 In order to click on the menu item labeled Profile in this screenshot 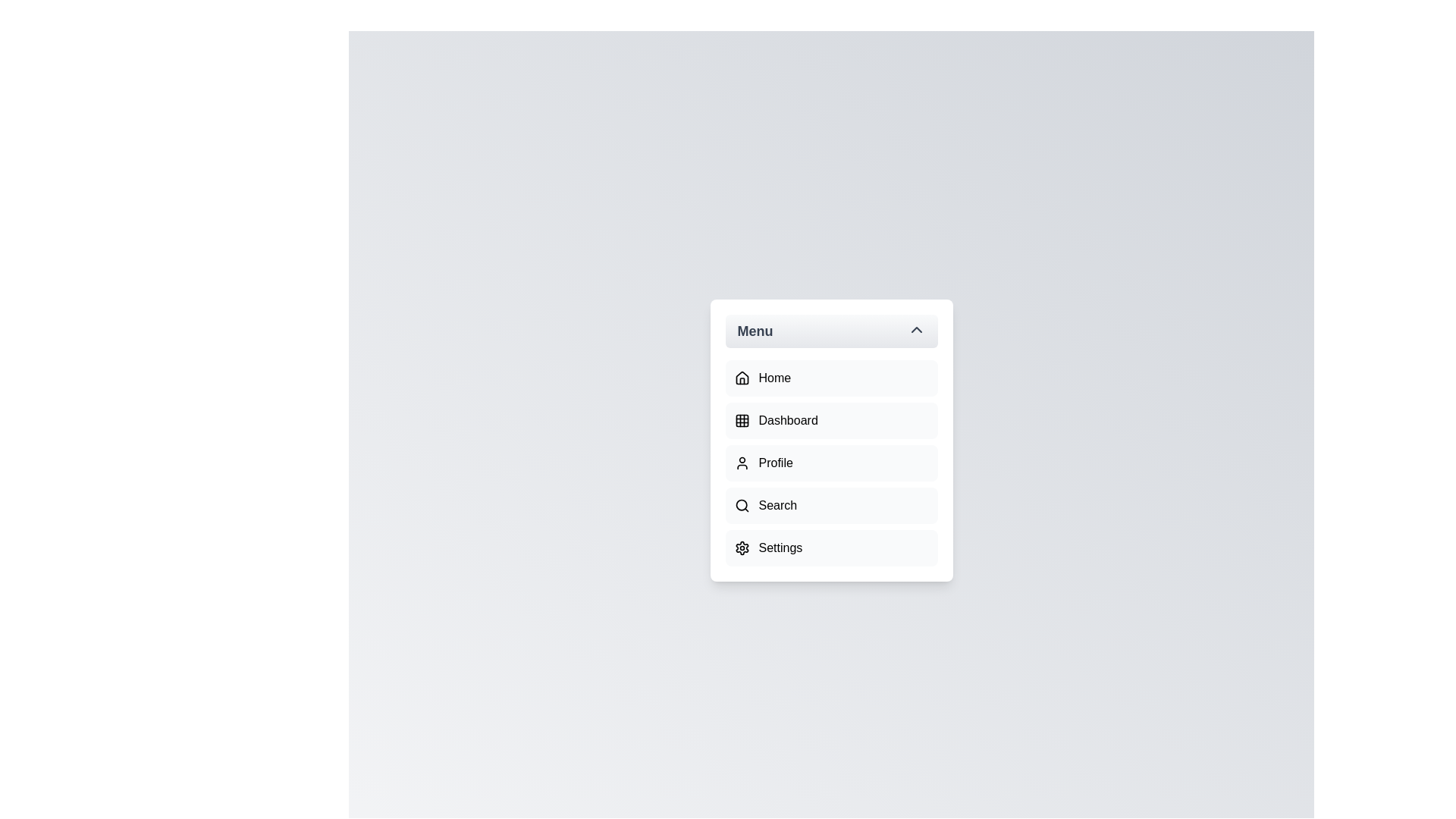, I will do `click(830, 462)`.